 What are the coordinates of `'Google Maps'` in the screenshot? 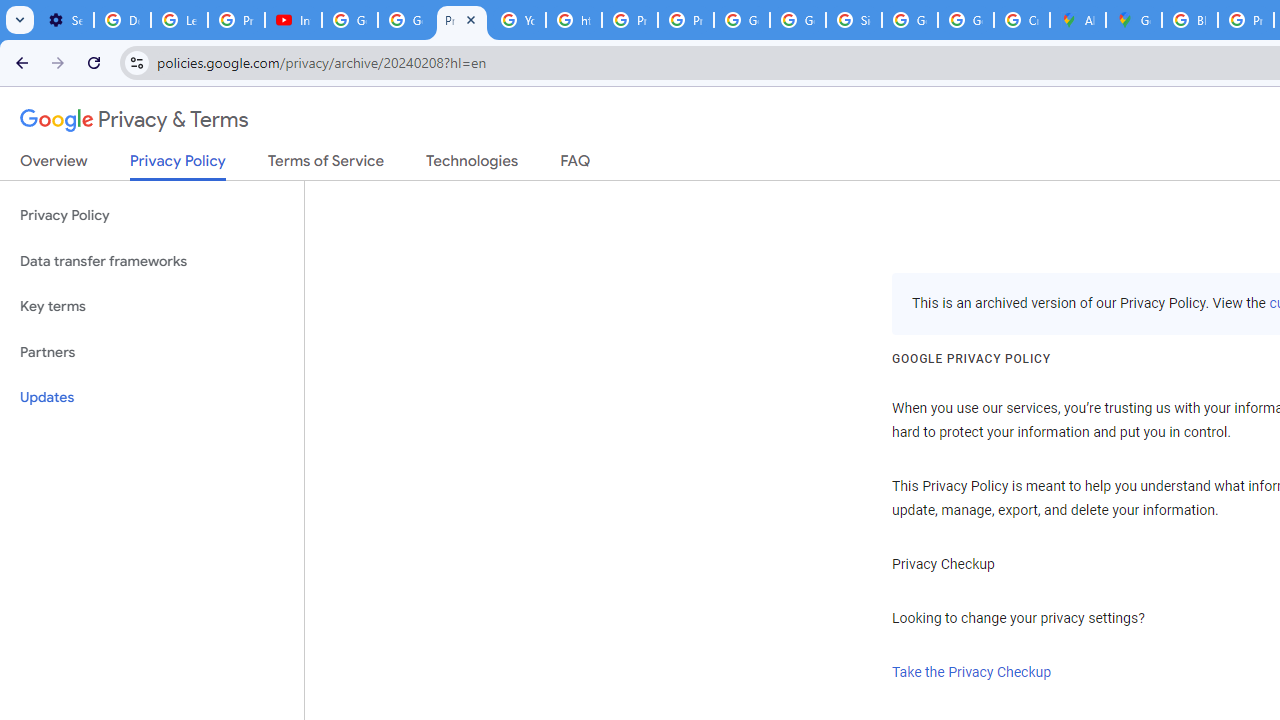 It's located at (1134, 20).